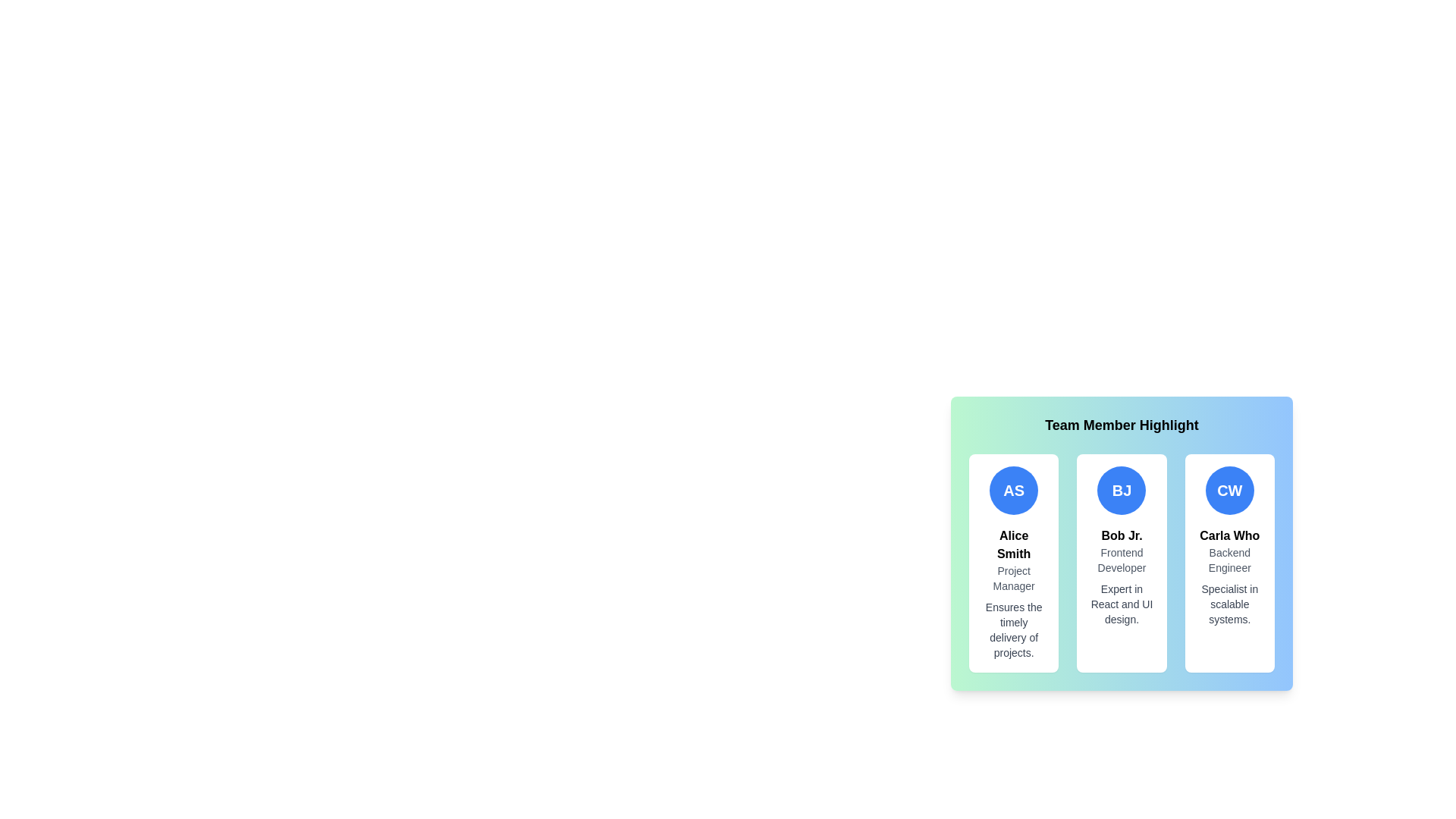  I want to click on the Circular Badge representing the initials 'BJ' located above the text 'Bob Jr.' within the profile card, so click(1122, 491).